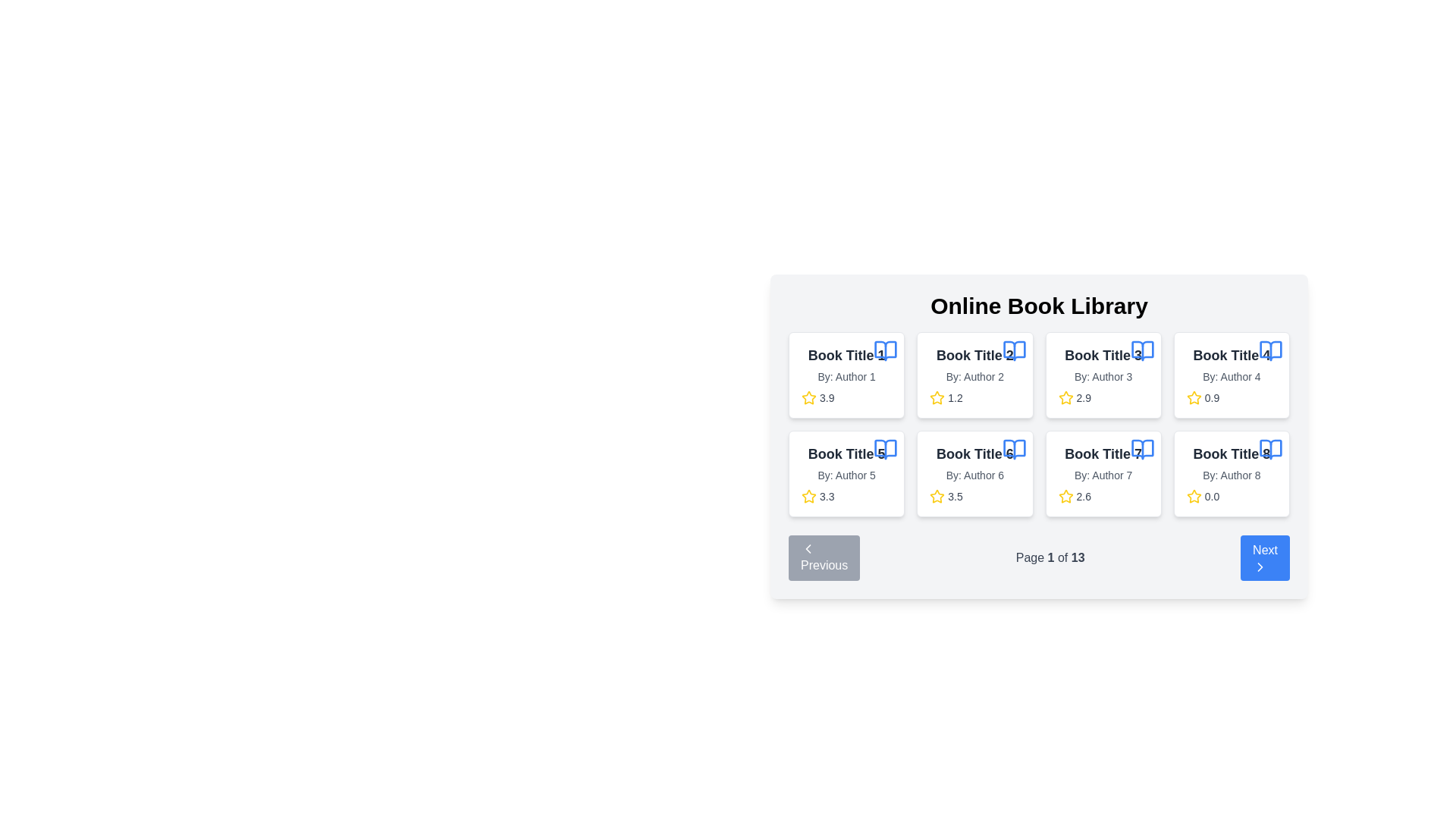  Describe the element at coordinates (1270, 350) in the screenshot. I see `the lower portion of the open book icon in the top-right corner of the card for 'Book Title 4', which is positioned beside the text label and slightly above the rating section with stars` at that location.